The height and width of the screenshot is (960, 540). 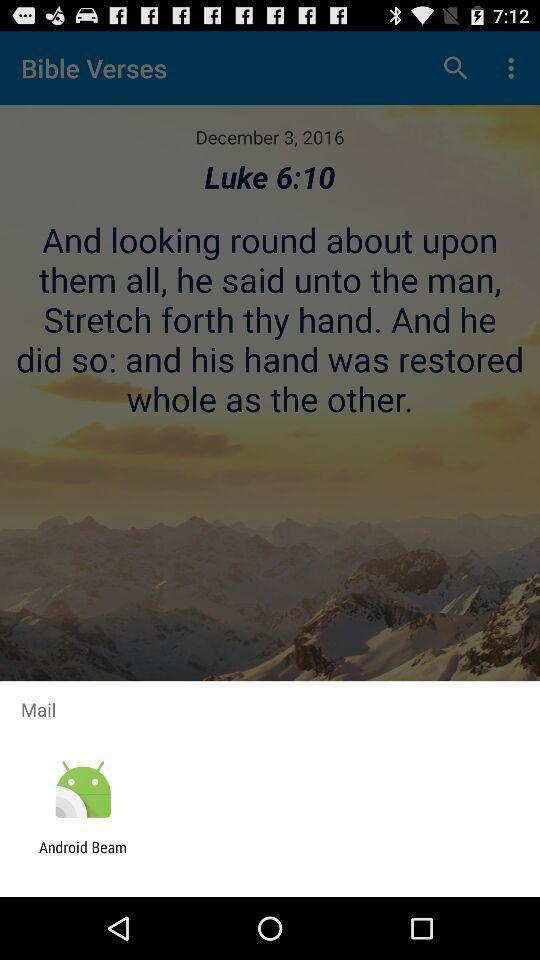 What do you see at coordinates (82, 790) in the screenshot?
I see `the item below the mail icon` at bounding box center [82, 790].